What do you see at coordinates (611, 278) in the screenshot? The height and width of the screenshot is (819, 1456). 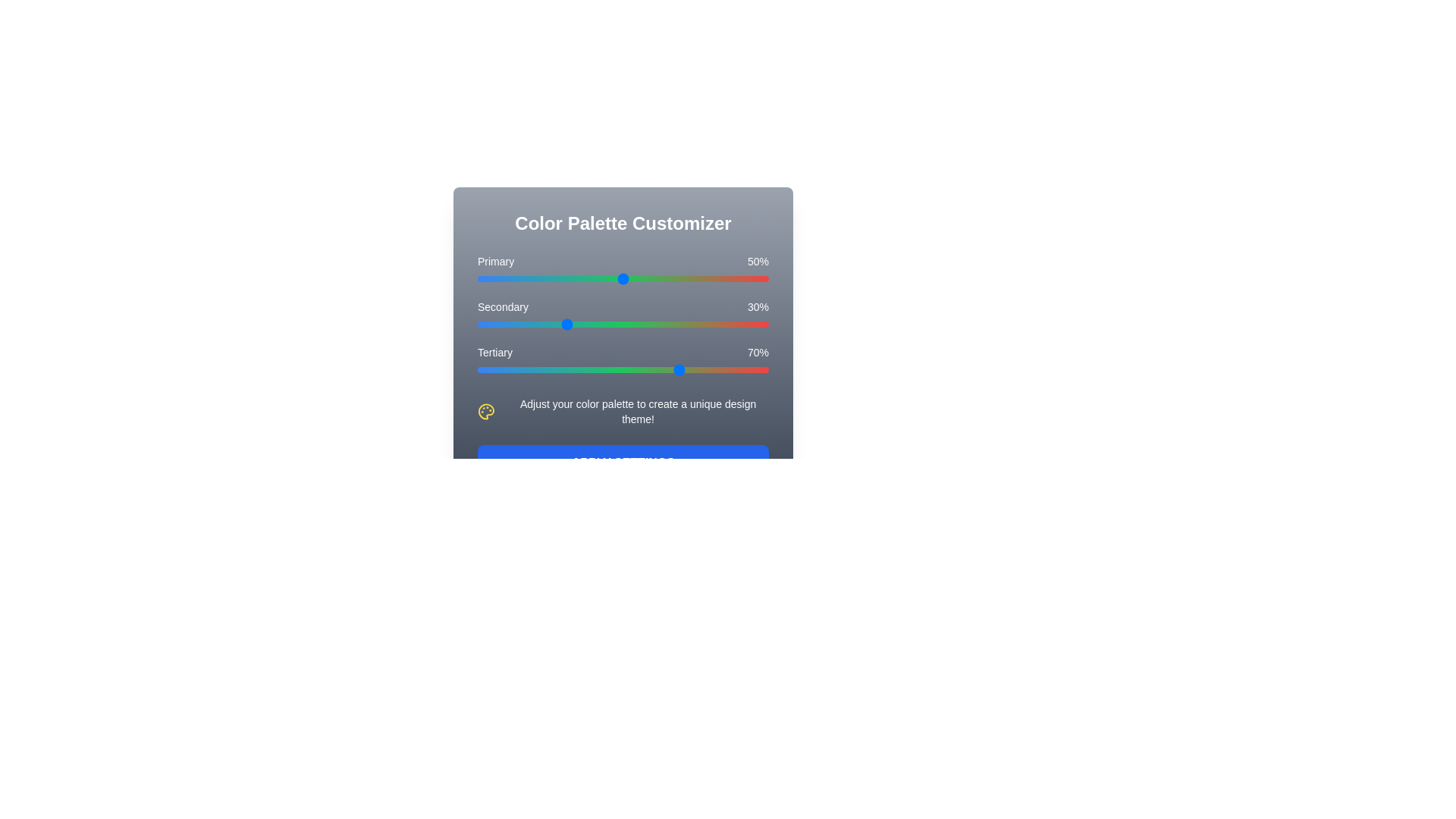 I see `the primary color intensity` at bounding box center [611, 278].